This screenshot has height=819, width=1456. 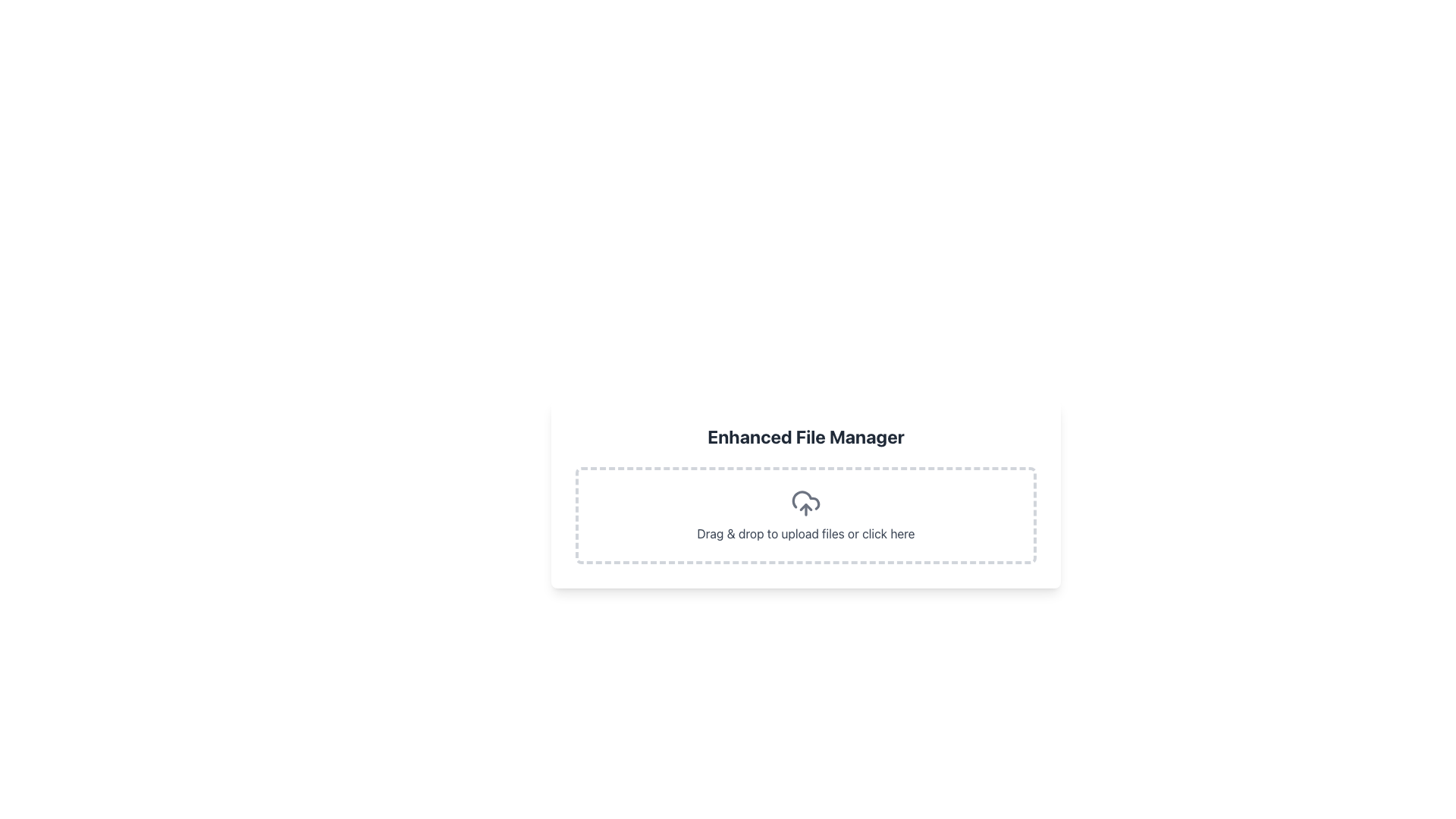 I want to click on the text label that instructs users to drag and drop files or click to upload, located centrally beneath the upload icon, so click(x=805, y=533).